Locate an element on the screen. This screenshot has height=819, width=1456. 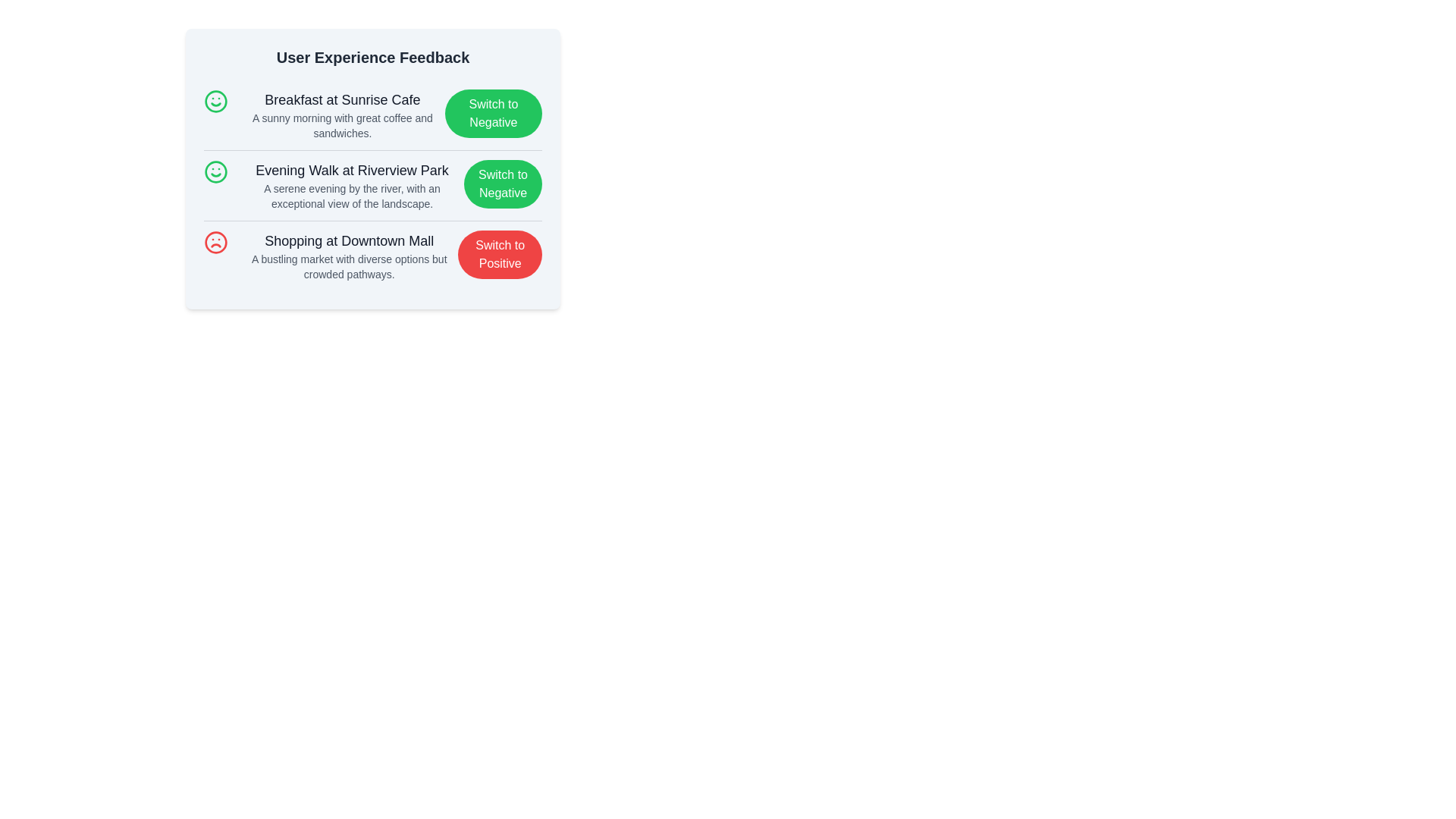
the sentiment icon for Breakfast at Sunrise Cafe is located at coordinates (215, 102).